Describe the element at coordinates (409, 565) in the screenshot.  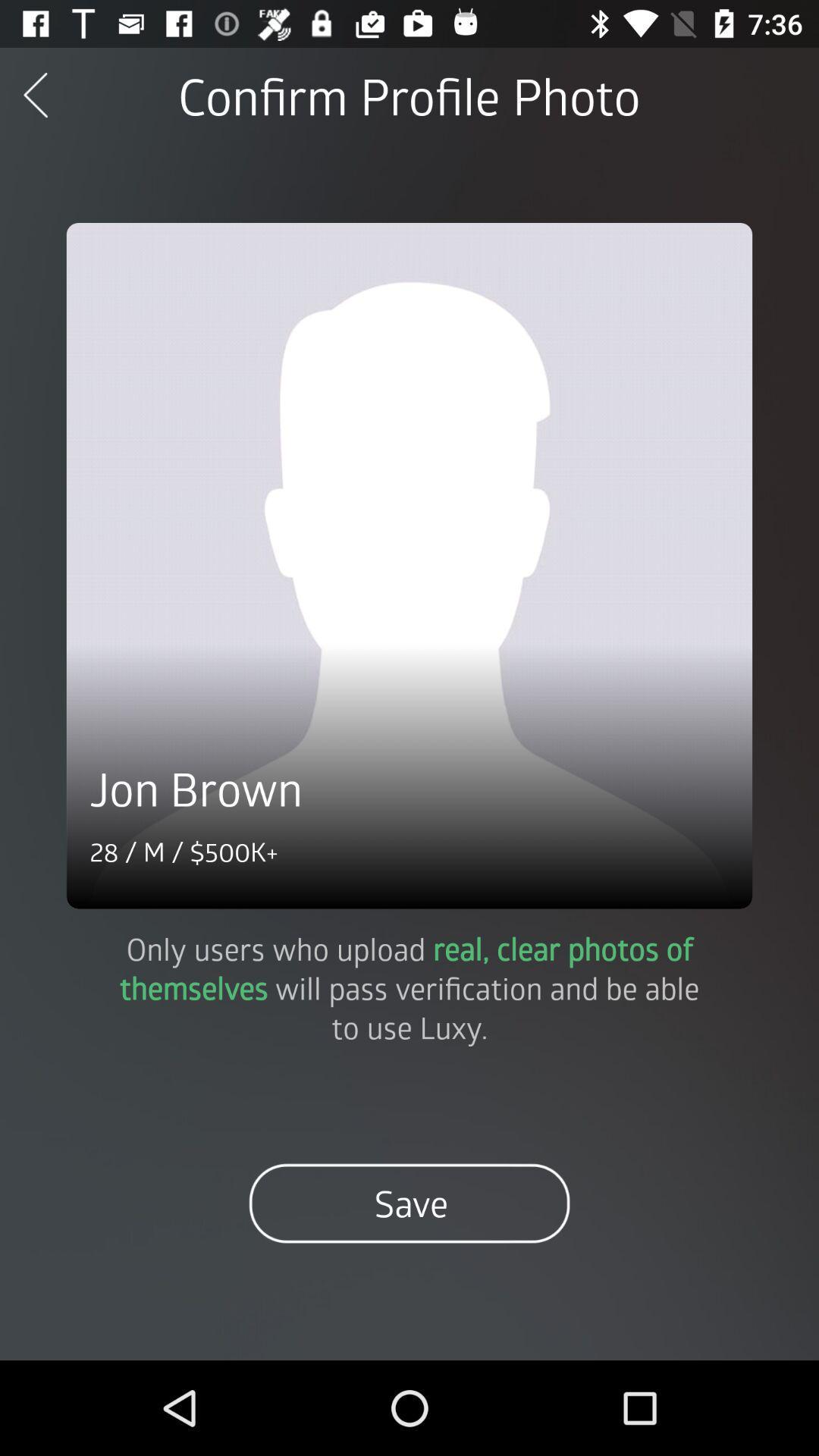
I see `icon below the confirm profile photo` at that location.